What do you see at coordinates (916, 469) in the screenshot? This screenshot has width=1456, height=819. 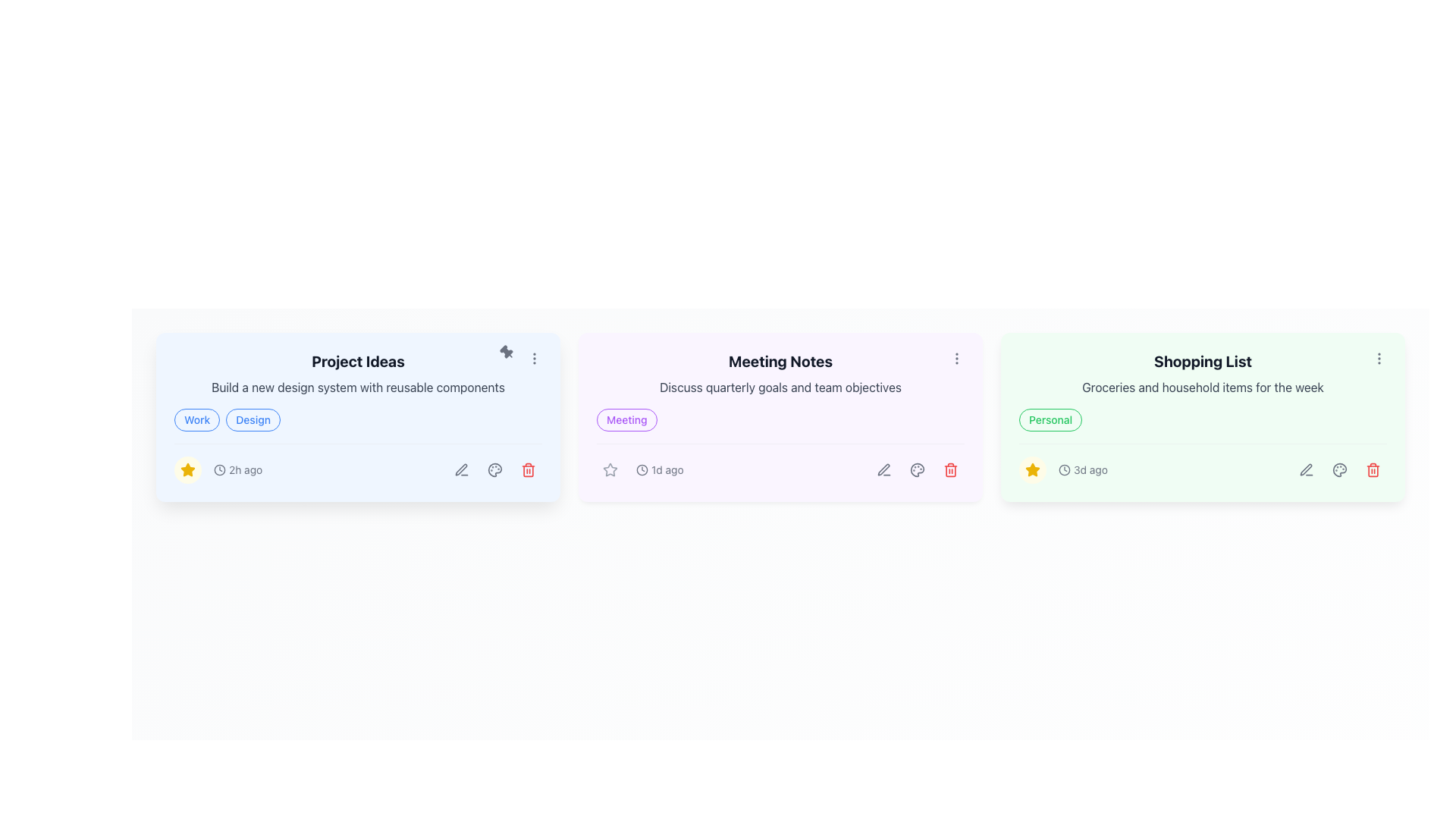 I see `the painter's palette icon within the 'Meeting Notes' card, which is the second card in a row of three cards labeled 'Project Ideas,' 'Meeting Notes,' and 'Shopping List.'` at bounding box center [916, 469].